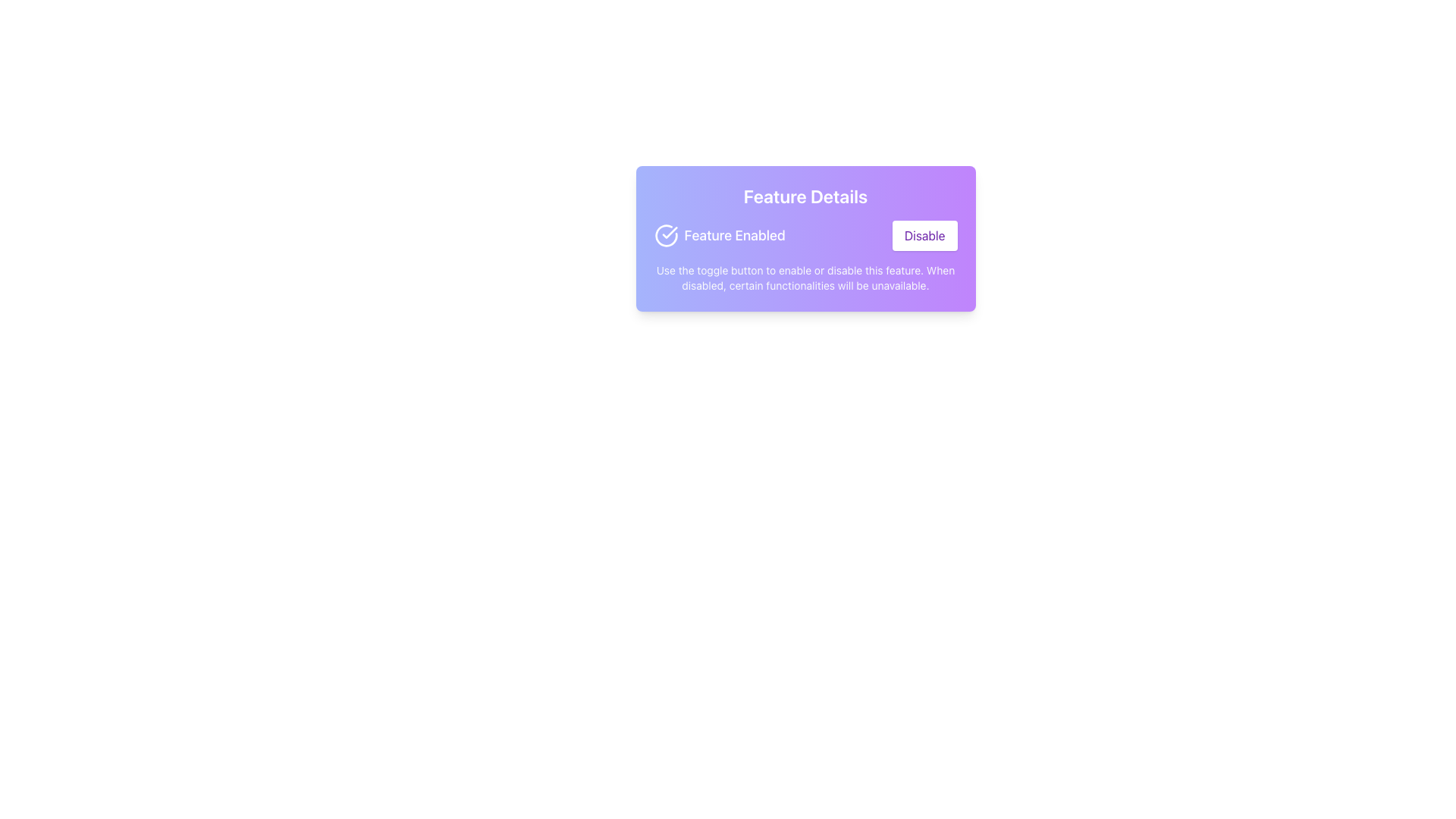 The image size is (1456, 819). What do you see at coordinates (805, 195) in the screenshot?
I see `text content of the text header displayed at the top center of the gradient-colored card, which is large, white, and bold` at bounding box center [805, 195].